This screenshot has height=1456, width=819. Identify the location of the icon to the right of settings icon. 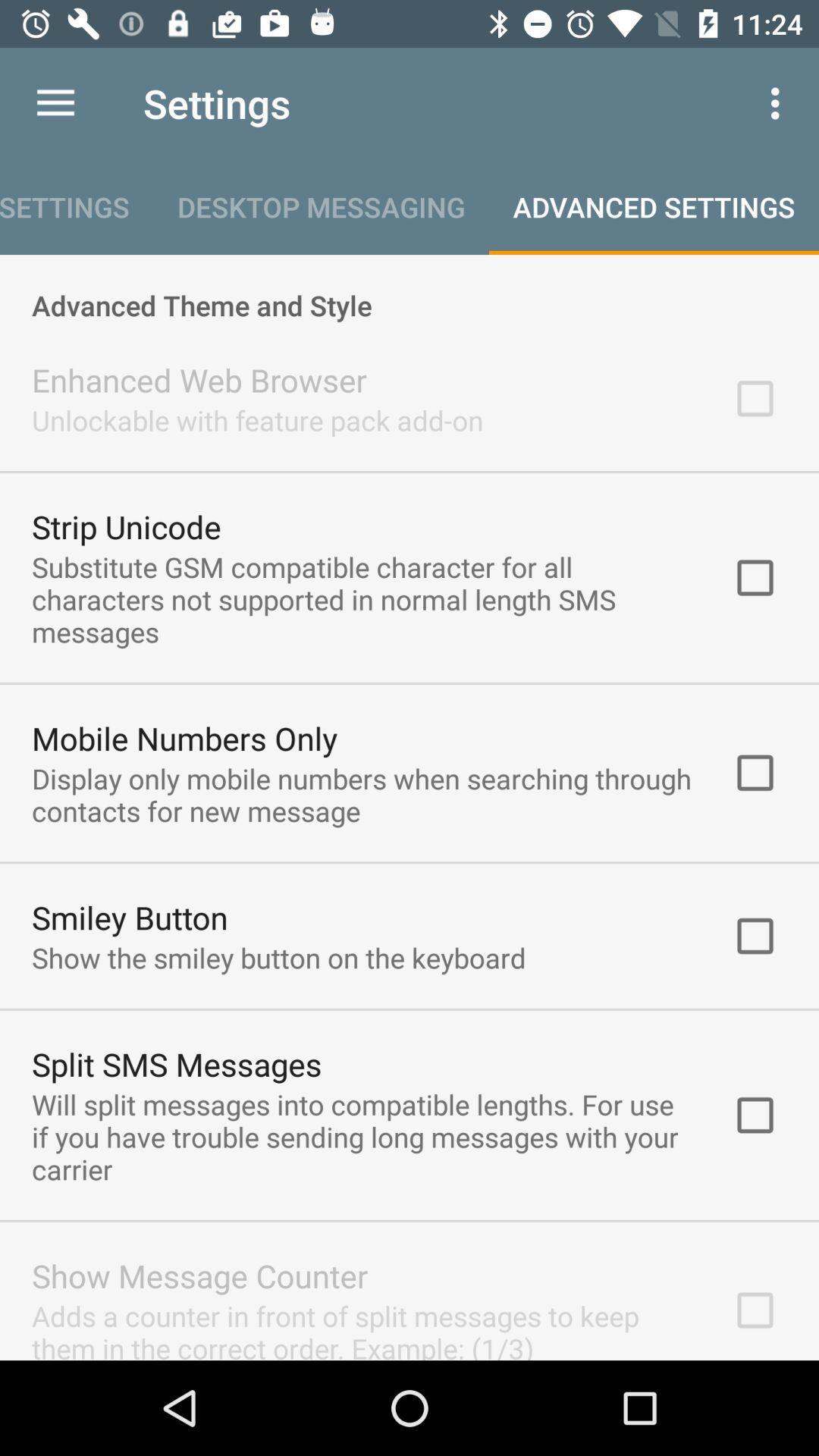
(779, 102).